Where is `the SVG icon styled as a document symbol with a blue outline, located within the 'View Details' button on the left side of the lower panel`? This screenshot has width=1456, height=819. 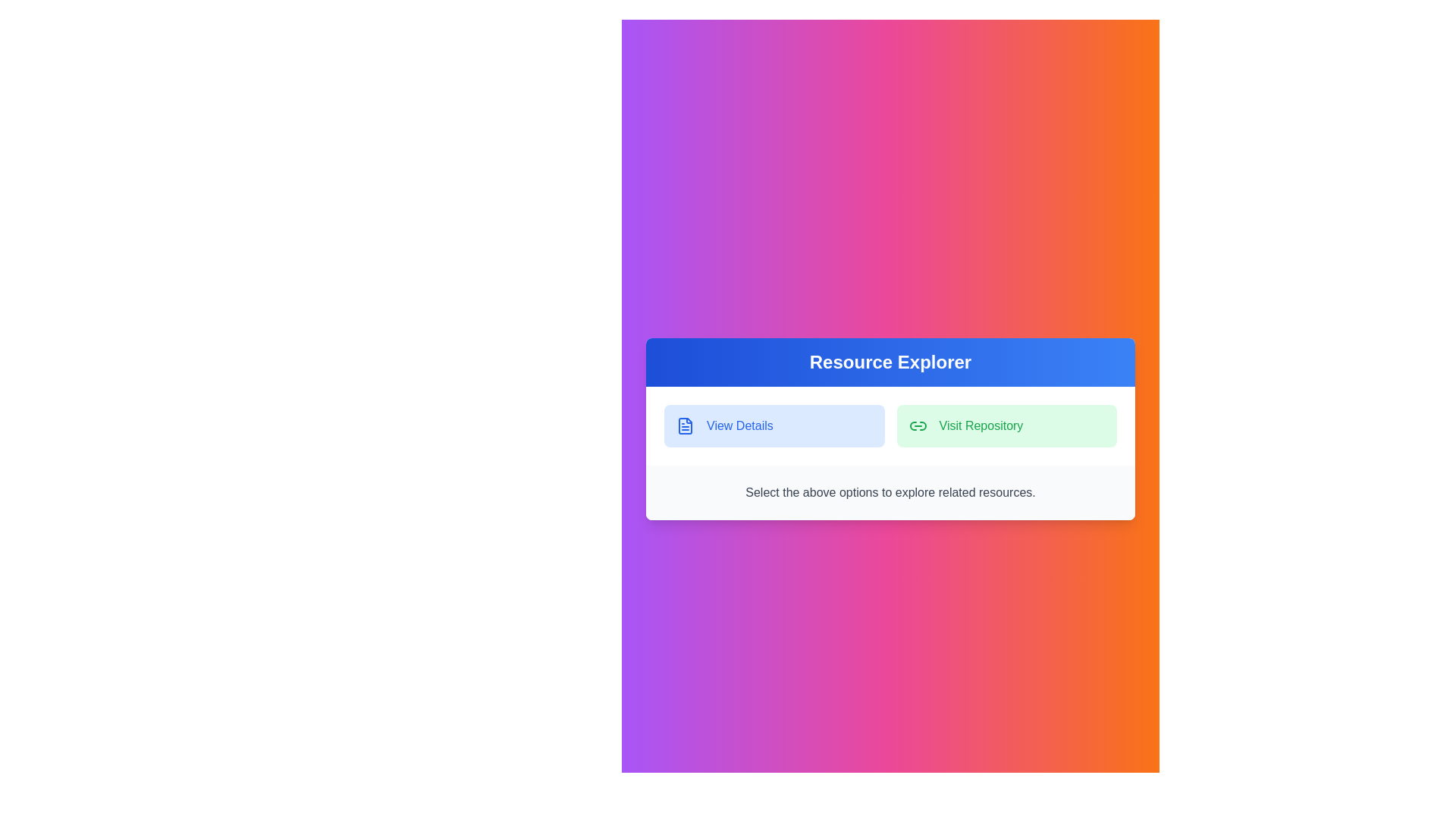
the SVG icon styled as a document symbol with a blue outline, located within the 'View Details' button on the left side of the lower panel is located at coordinates (684, 426).